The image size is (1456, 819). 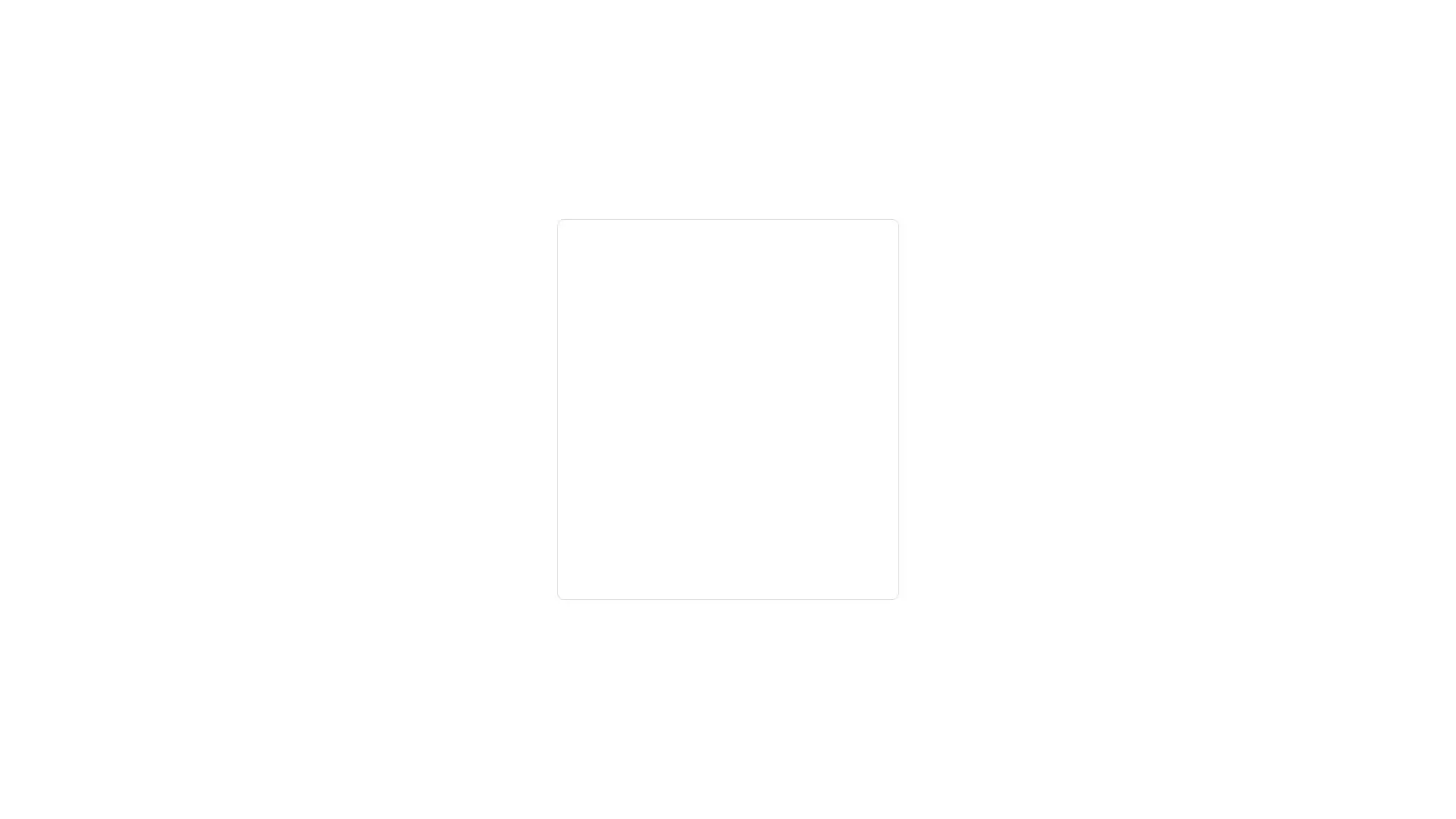 I want to click on Forgot email?, so click(x=623, y=415).